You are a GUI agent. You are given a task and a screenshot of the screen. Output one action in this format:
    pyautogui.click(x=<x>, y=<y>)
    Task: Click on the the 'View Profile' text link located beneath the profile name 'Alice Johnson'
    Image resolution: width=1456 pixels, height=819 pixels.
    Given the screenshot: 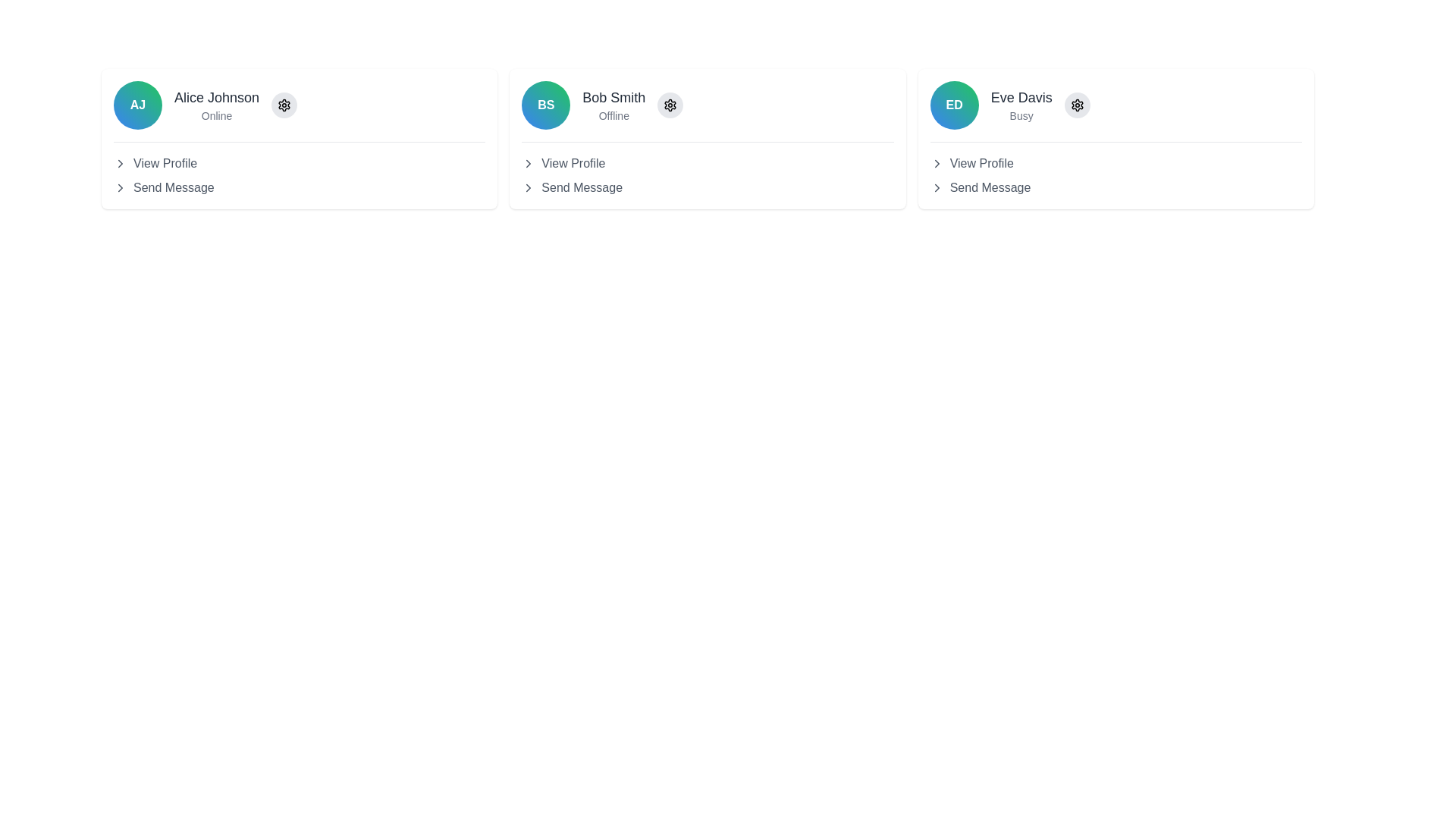 What is the action you would take?
    pyautogui.click(x=165, y=164)
    